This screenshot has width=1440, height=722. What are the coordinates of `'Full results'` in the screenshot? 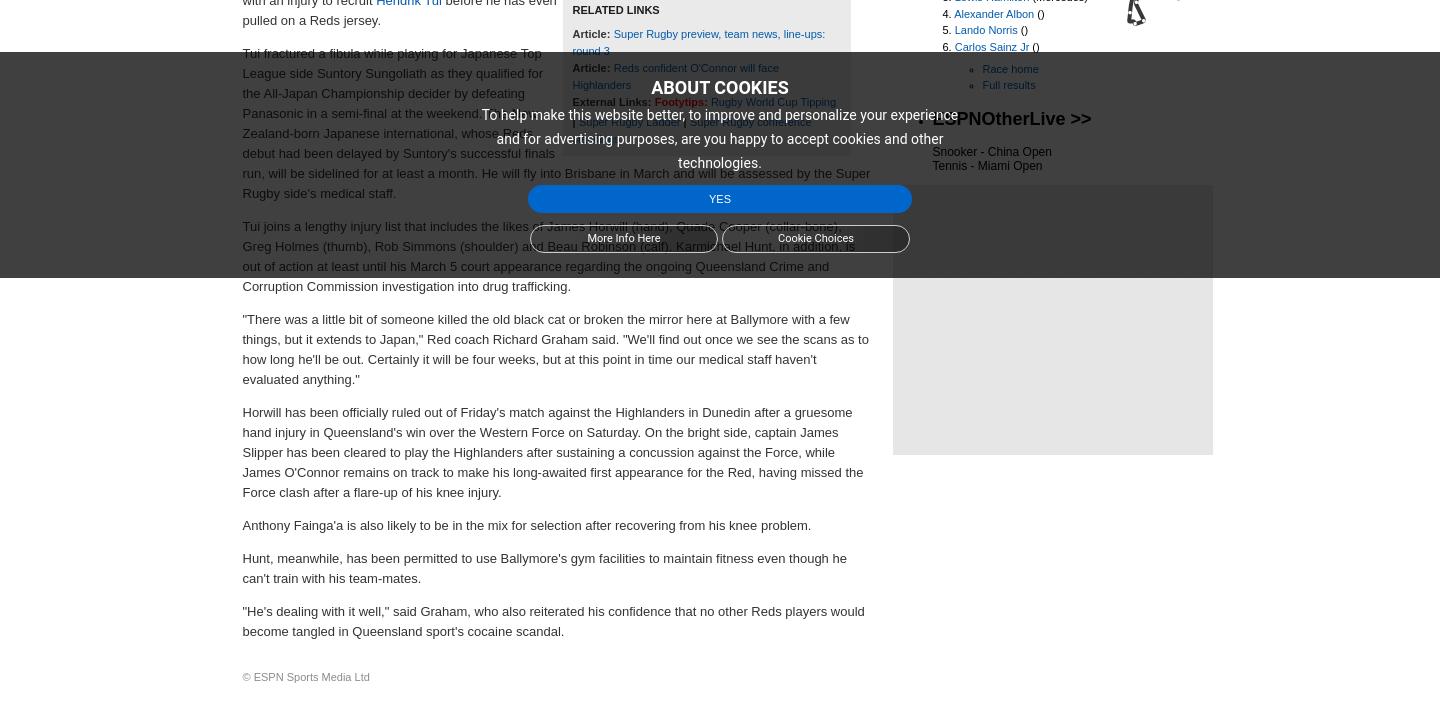 It's located at (1007, 83).